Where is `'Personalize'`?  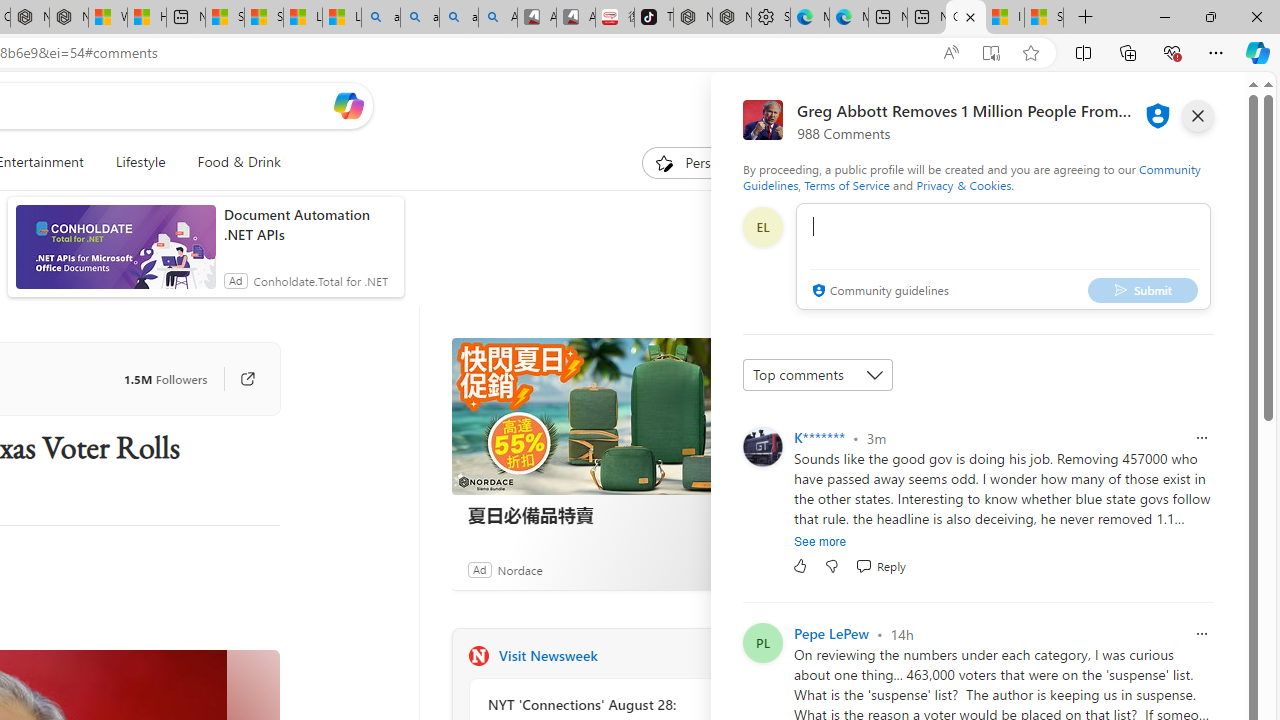 'Personalize' is located at coordinates (704, 162).